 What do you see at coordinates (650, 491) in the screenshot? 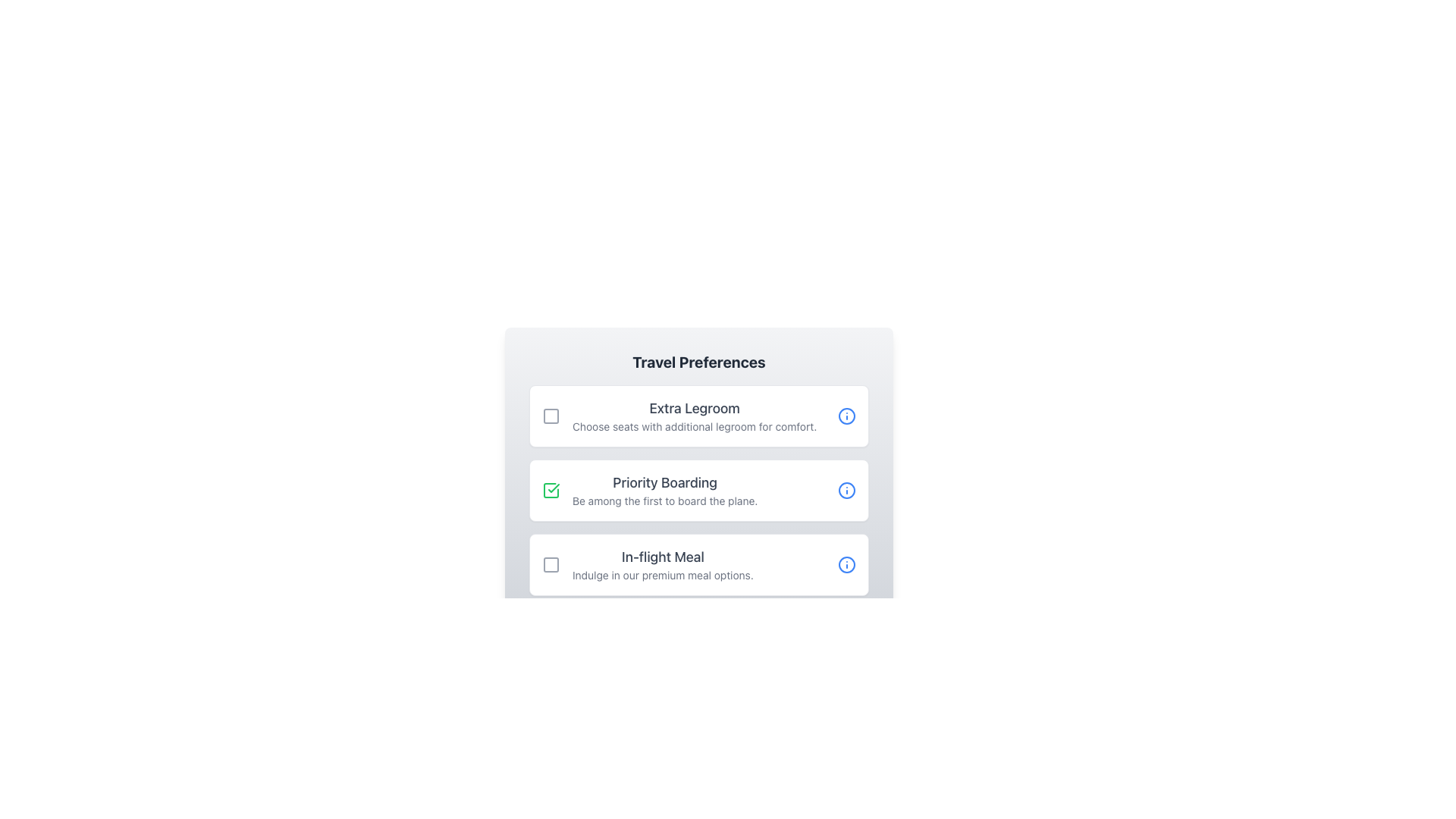
I see `the associated checkbox for the 'Priority Boarding' option, which is the second entry in the list of travel preferences, located between 'Extra Legroom' and 'In-flight Meal'` at bounding box center [650, 491].